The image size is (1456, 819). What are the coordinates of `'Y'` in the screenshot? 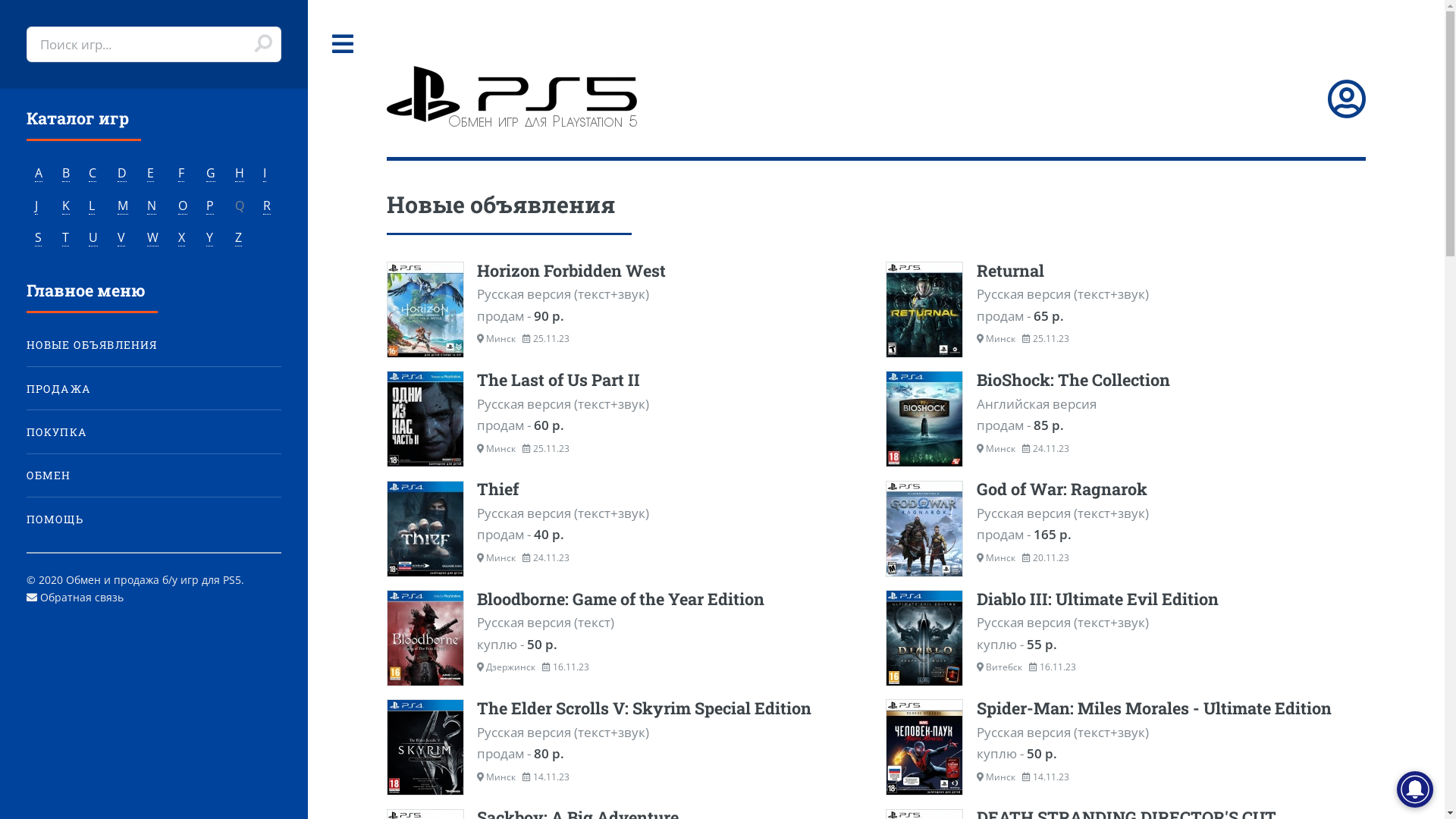 It's located at (206, 237).